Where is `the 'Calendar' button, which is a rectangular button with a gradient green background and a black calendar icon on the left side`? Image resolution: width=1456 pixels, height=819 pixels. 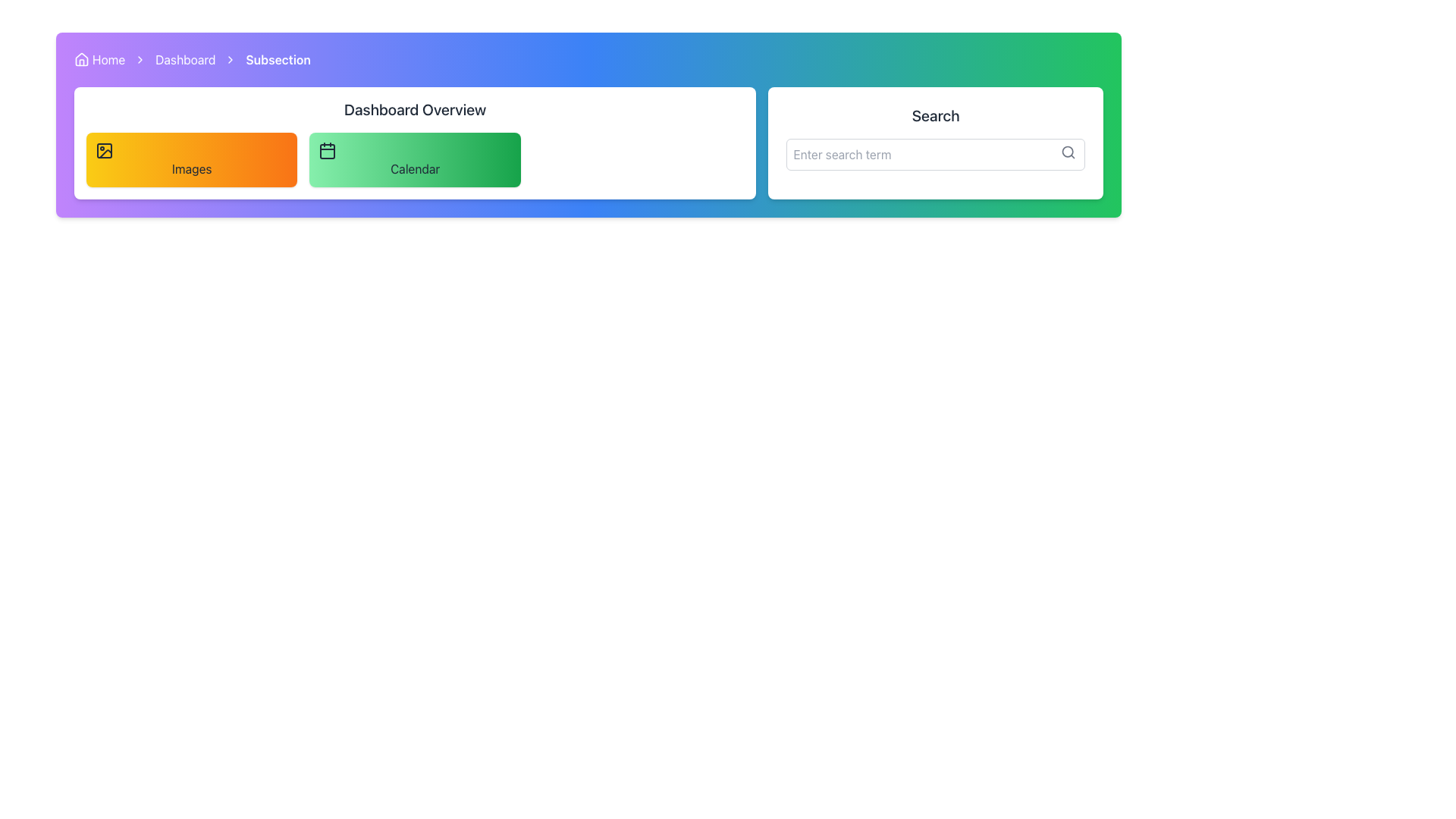 the 'Calendar' button, which is a rectangular button with a gradient green background and a black calendar icon on the left side is located at coordinates (415, 160).